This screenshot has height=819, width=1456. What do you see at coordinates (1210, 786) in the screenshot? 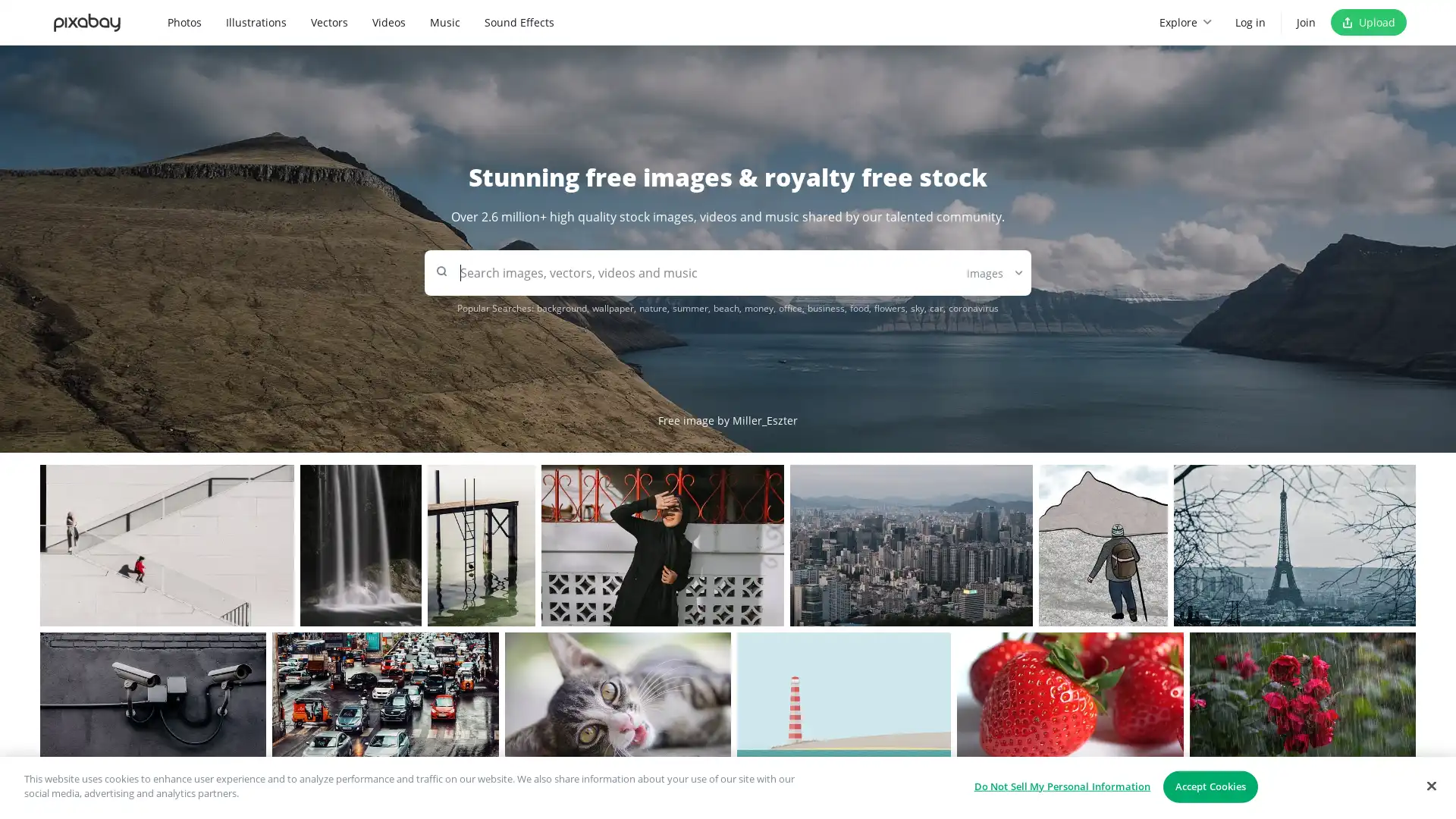
I see `Accept Cookies` at bounding box center [1210, 786].